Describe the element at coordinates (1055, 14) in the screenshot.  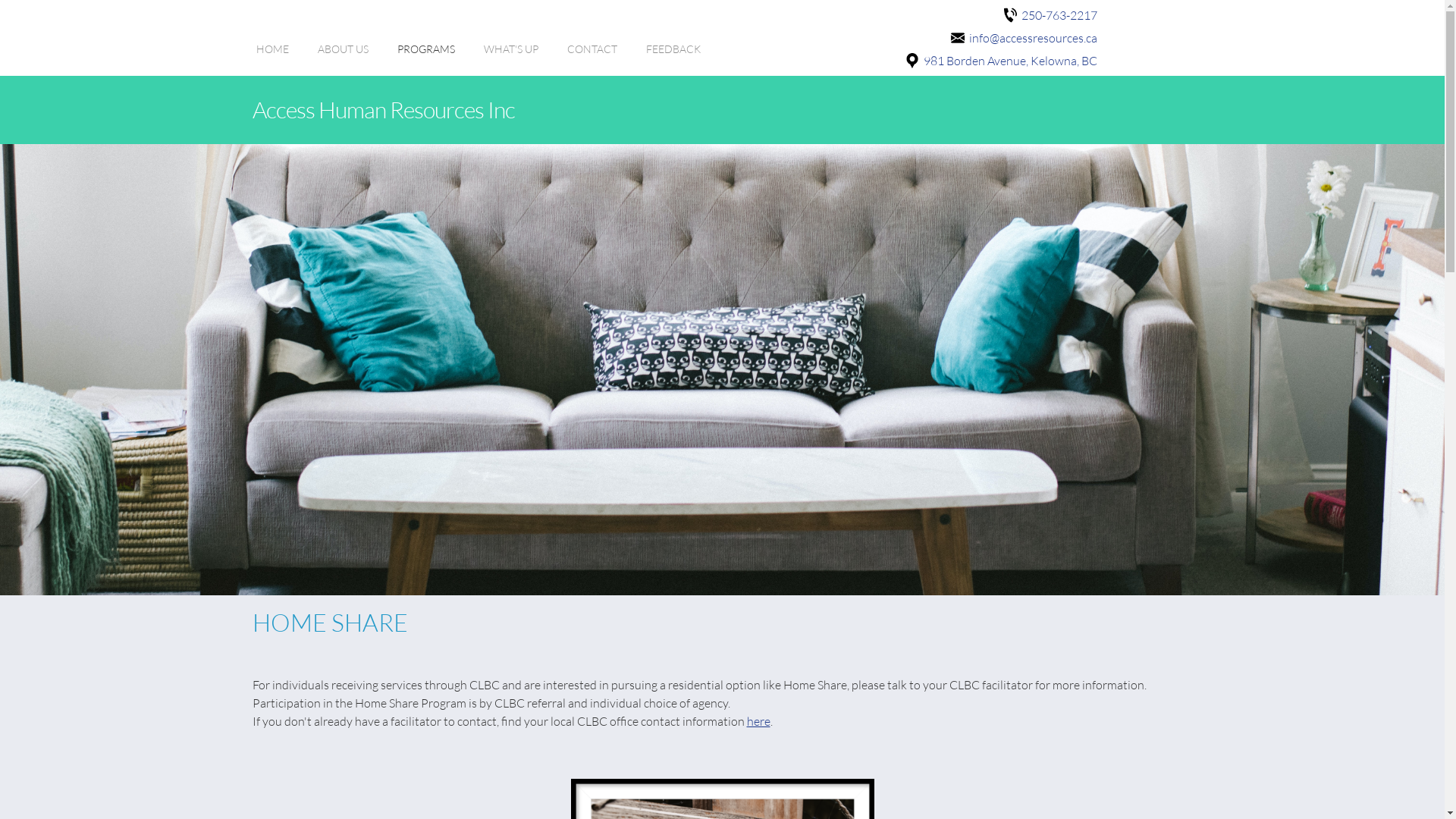
I see `'250-763-2217'` at that location.